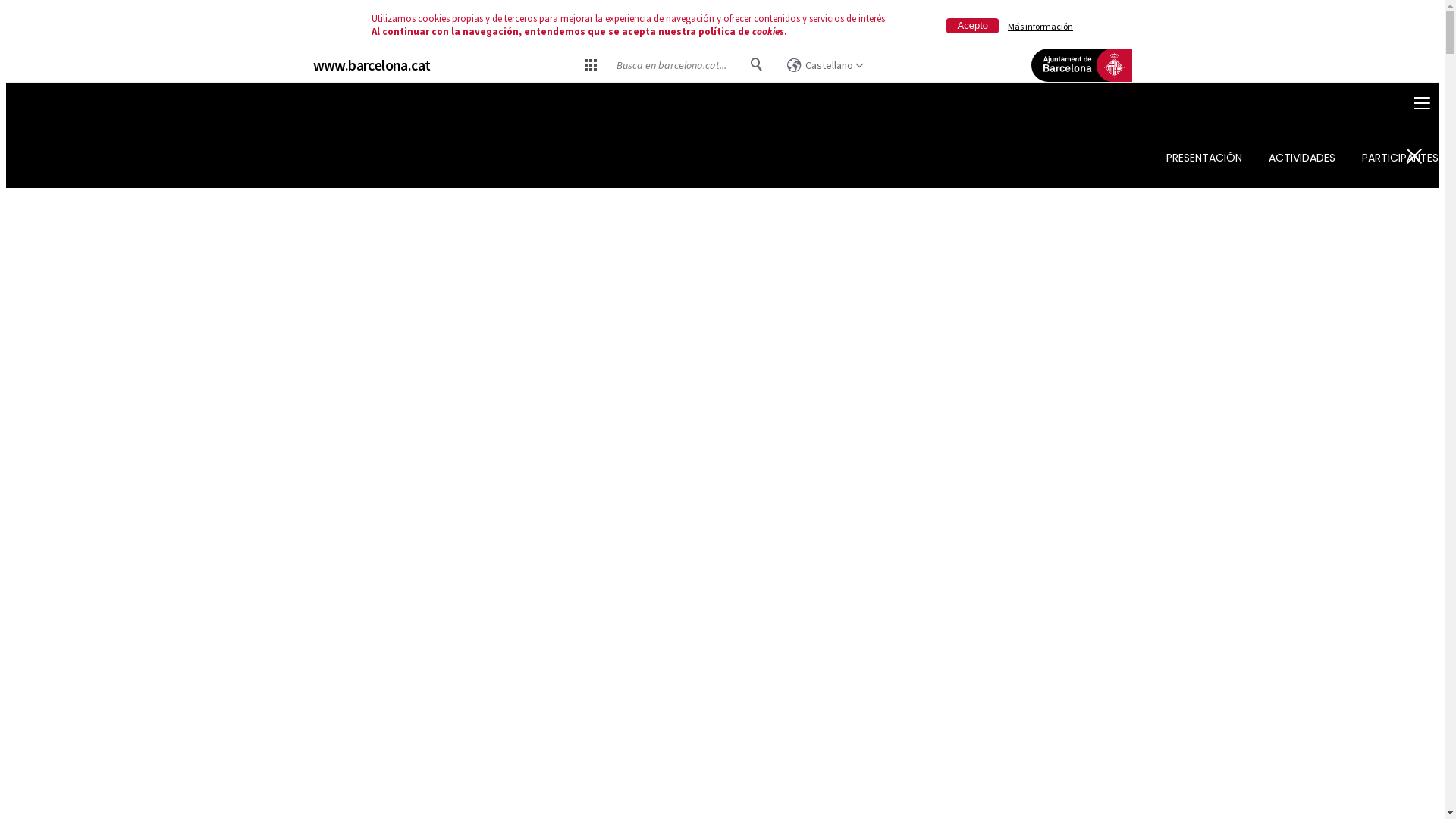 This screenshot has width=1456, height=819. I want to click on 'cookies', so click(767, 31).